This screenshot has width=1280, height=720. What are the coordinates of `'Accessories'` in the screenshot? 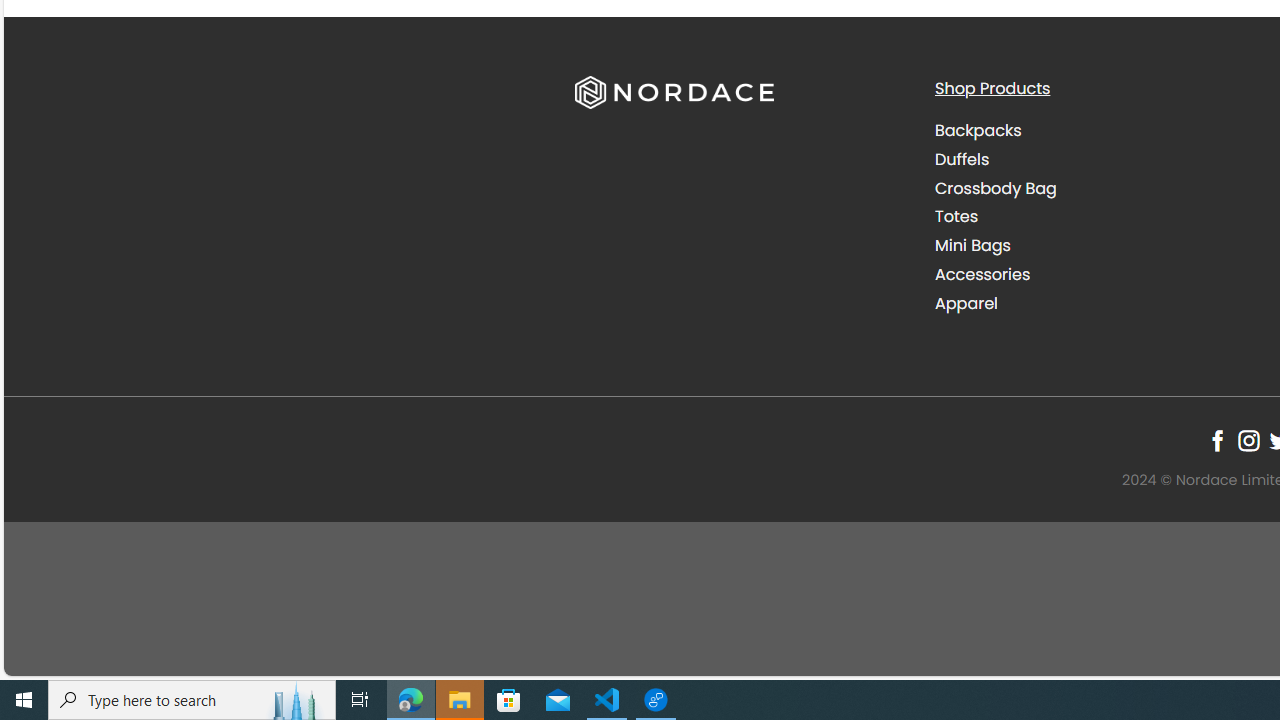 It's located at (1098, 274).